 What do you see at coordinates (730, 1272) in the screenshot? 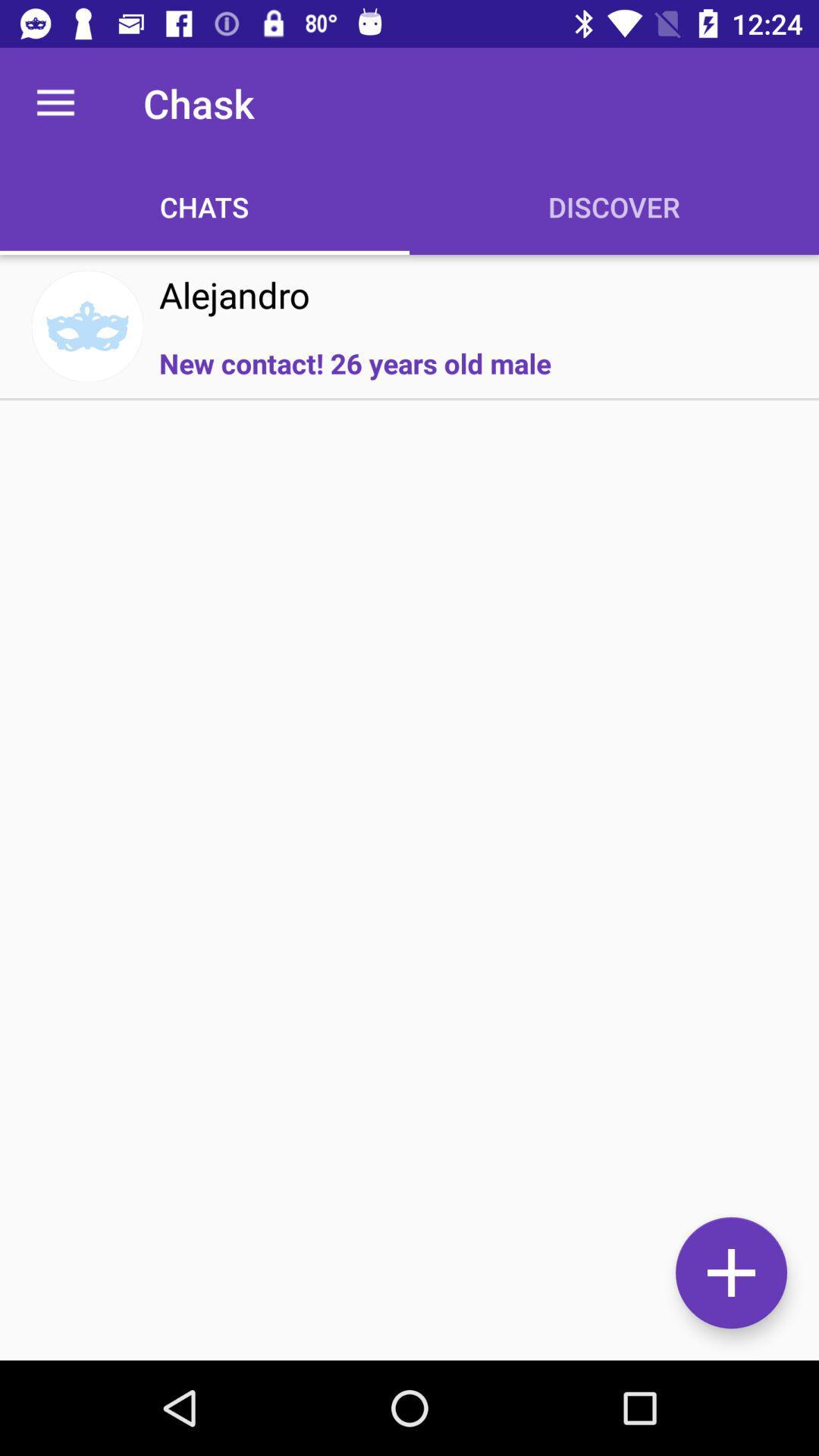
I see `a contact` at bounding box center [730, 1272].